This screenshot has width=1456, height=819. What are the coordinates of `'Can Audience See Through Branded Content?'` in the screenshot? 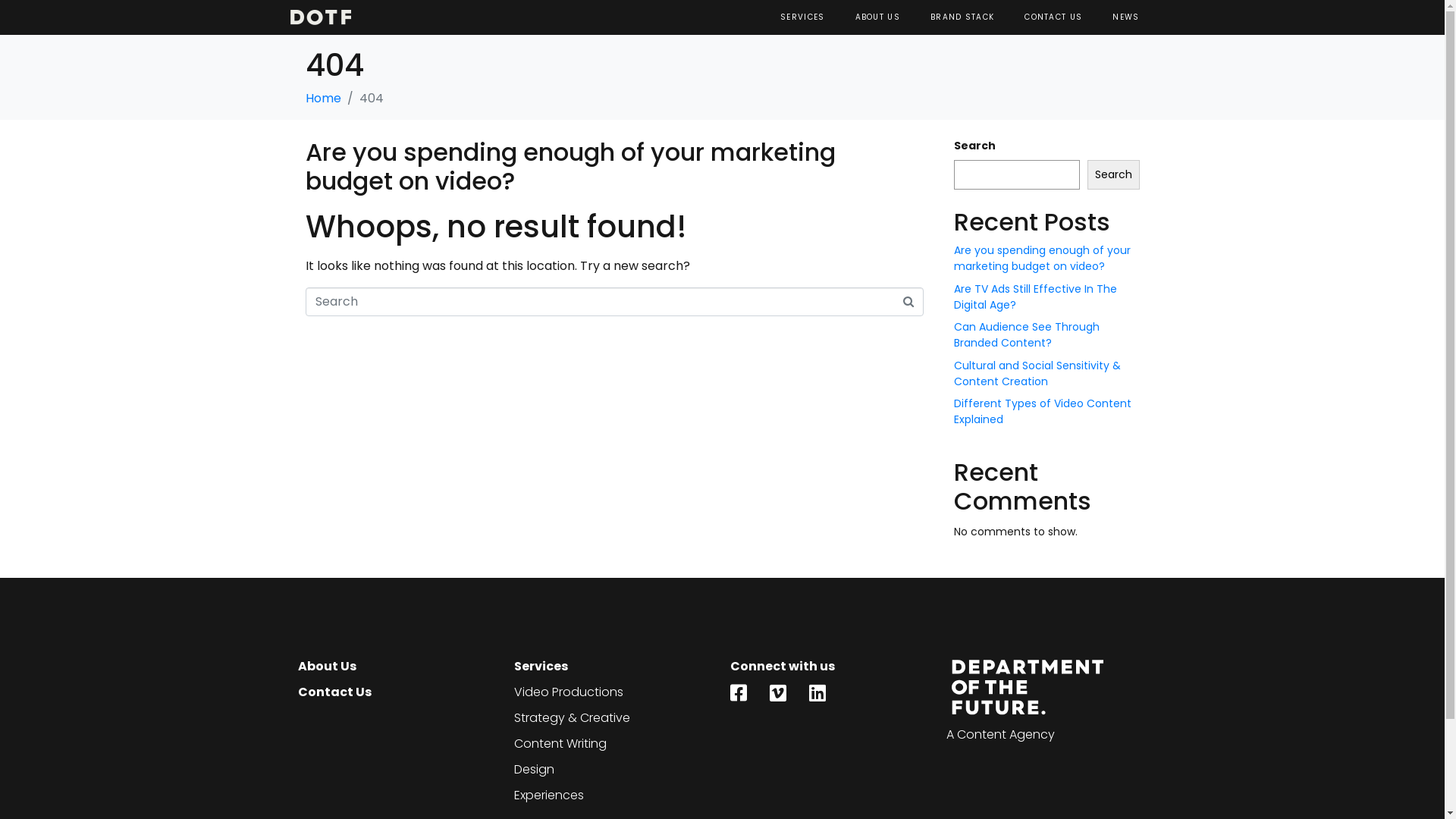 It's located at (1026, 334).